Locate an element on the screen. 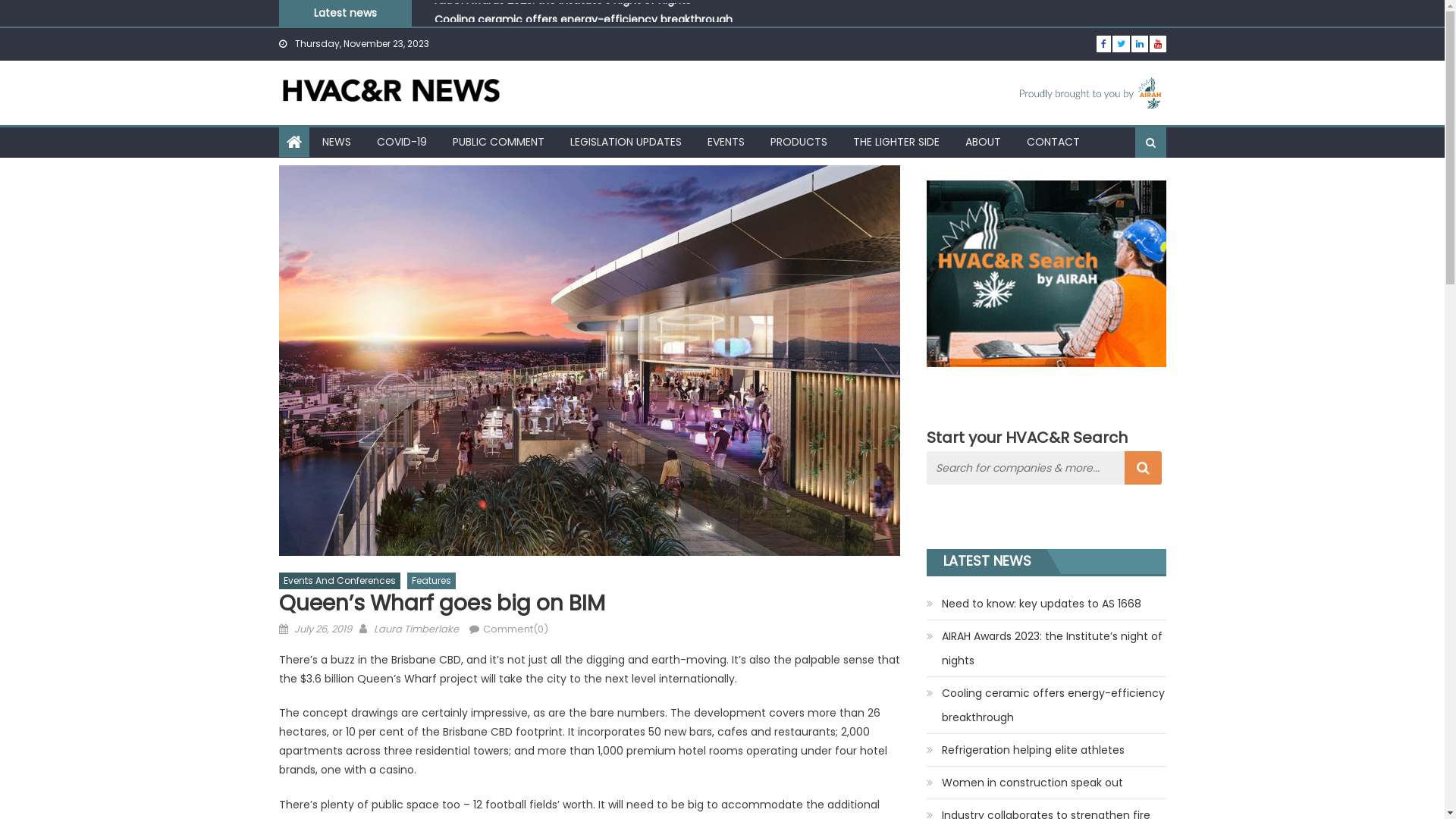 The width and height of the screenshot is (1456, 819). 'Laura Timberlake' is located at coordinates (415, 629).